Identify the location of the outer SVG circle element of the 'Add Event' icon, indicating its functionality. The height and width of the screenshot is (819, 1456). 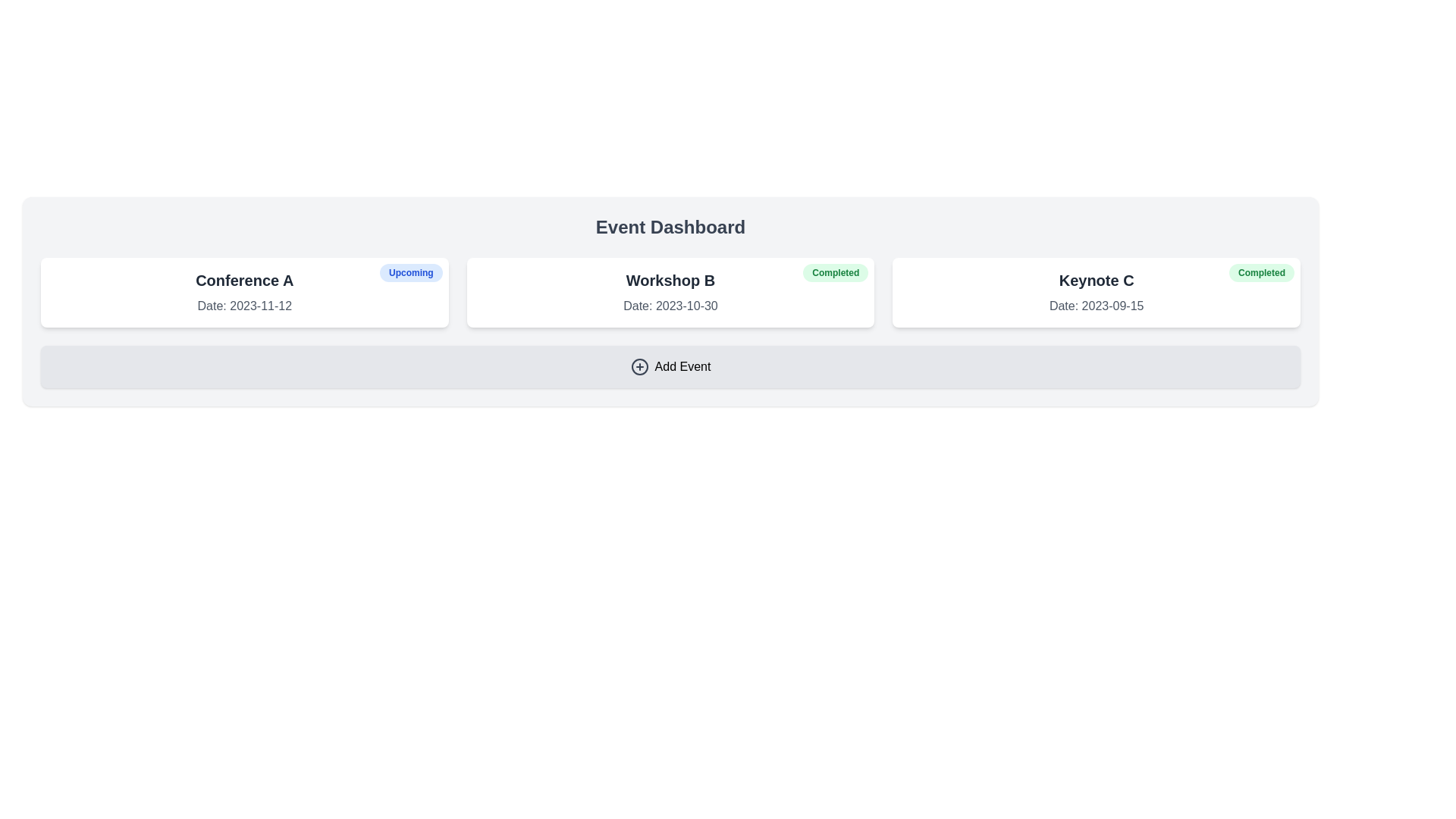
(639, 366).